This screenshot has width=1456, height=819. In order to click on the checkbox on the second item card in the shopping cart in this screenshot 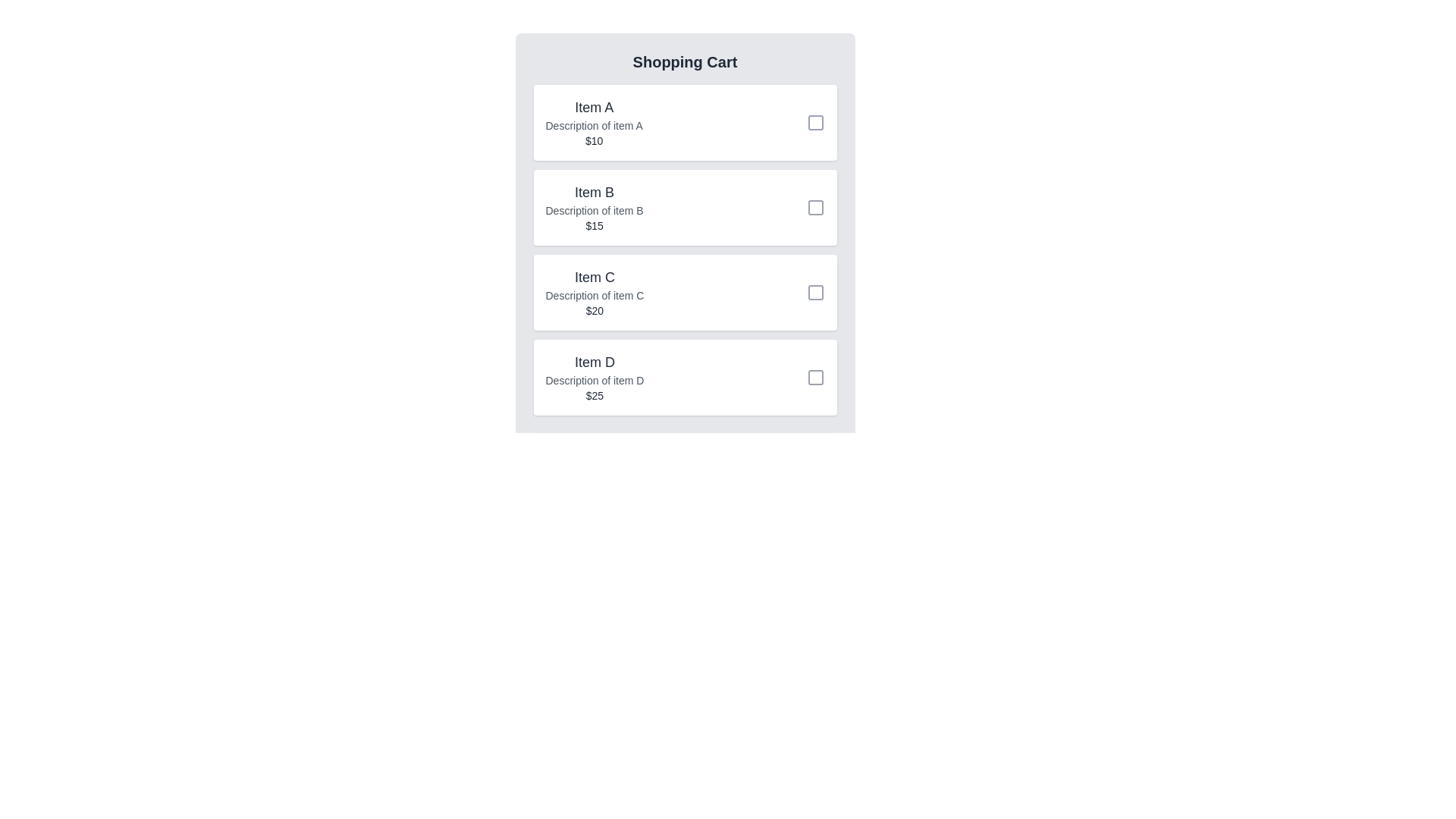, I will do `click(684, 207)`.